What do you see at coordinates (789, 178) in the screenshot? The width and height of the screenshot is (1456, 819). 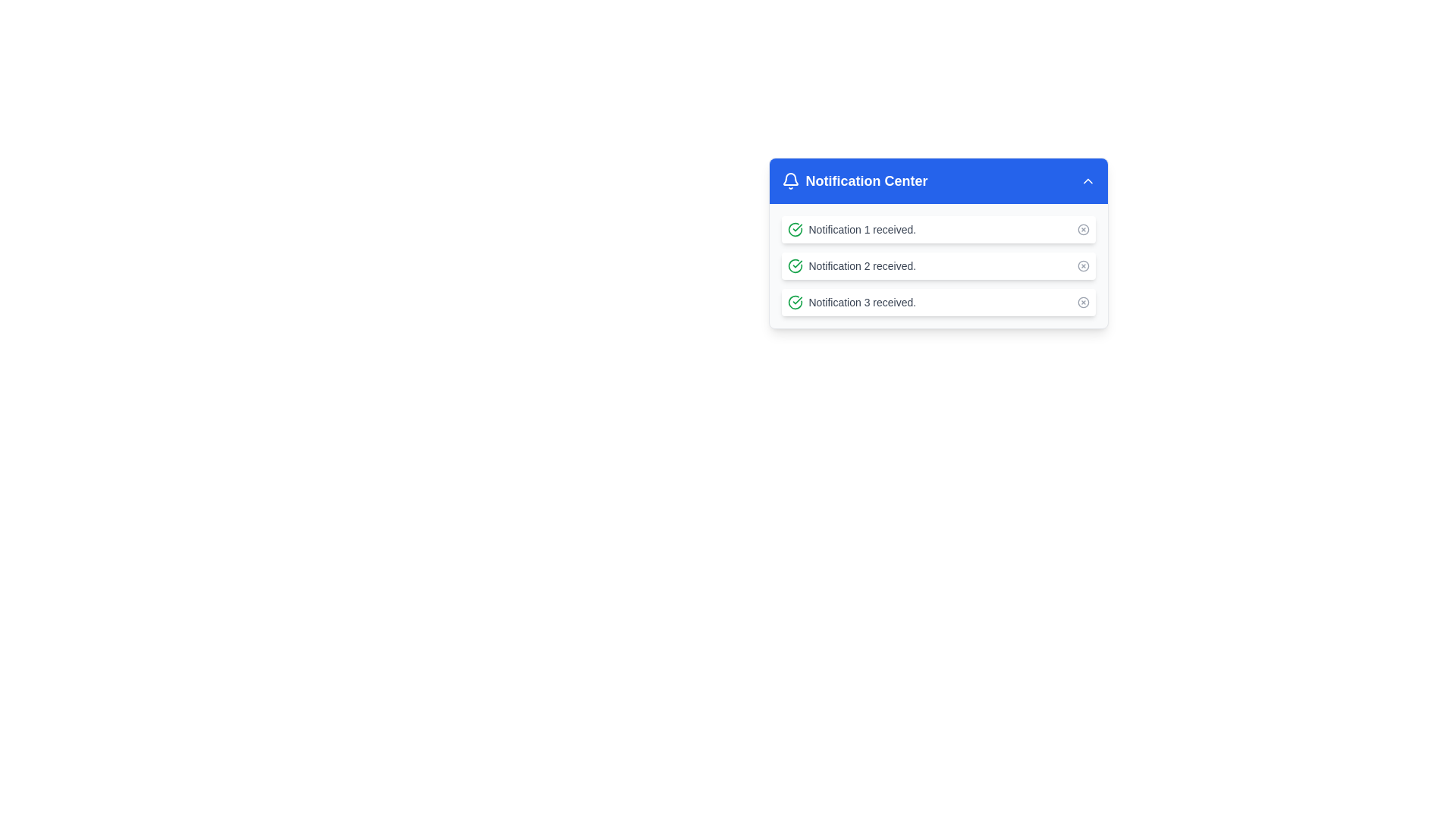 I see `the notification icon located at the top-left corner of the notification center interface, adjacent to the text 'Notification Center'` at bounding box center [789, 178].